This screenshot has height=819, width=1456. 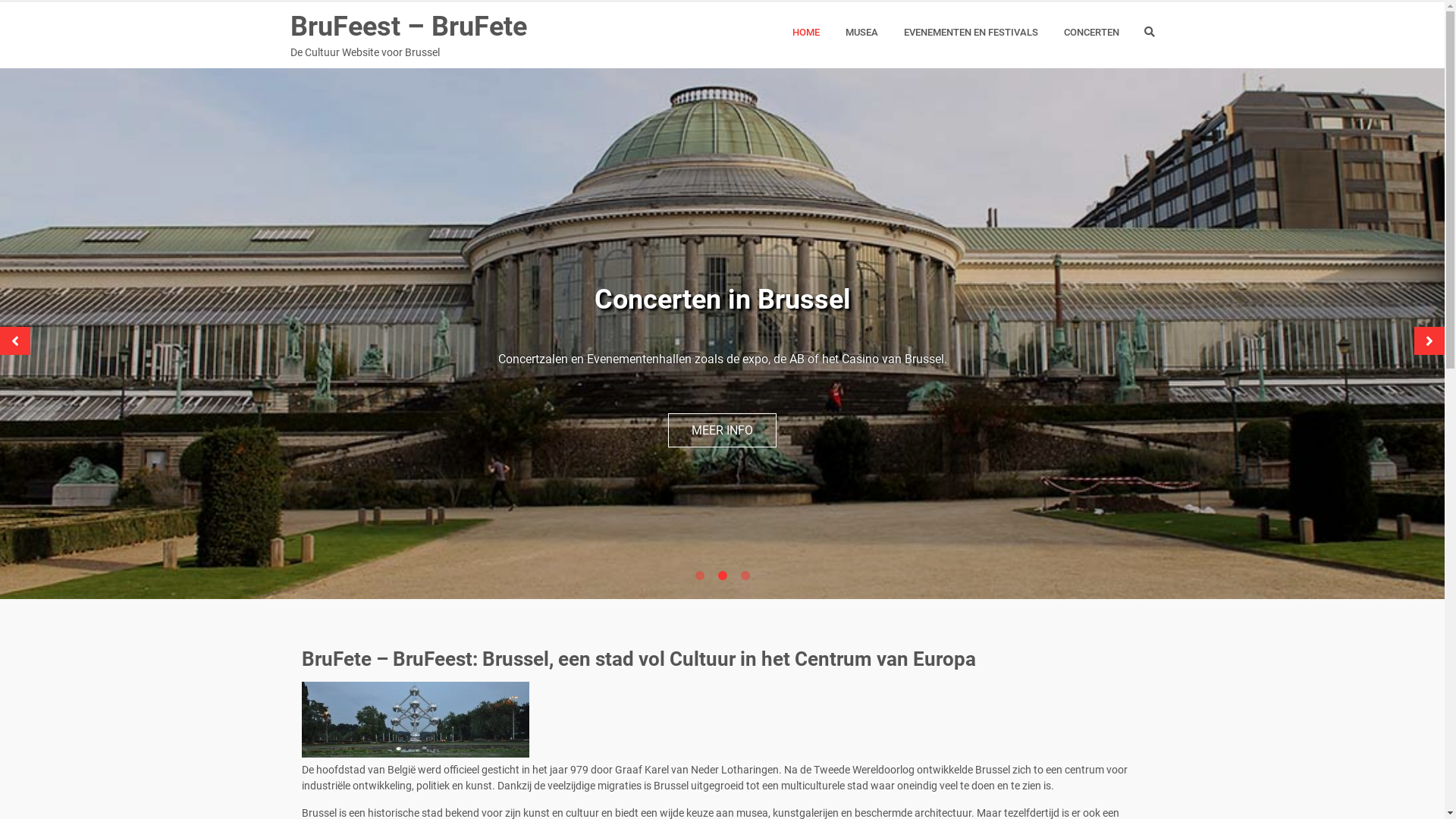 I want to click on 'MUSEA', so click(x=861, y=32).